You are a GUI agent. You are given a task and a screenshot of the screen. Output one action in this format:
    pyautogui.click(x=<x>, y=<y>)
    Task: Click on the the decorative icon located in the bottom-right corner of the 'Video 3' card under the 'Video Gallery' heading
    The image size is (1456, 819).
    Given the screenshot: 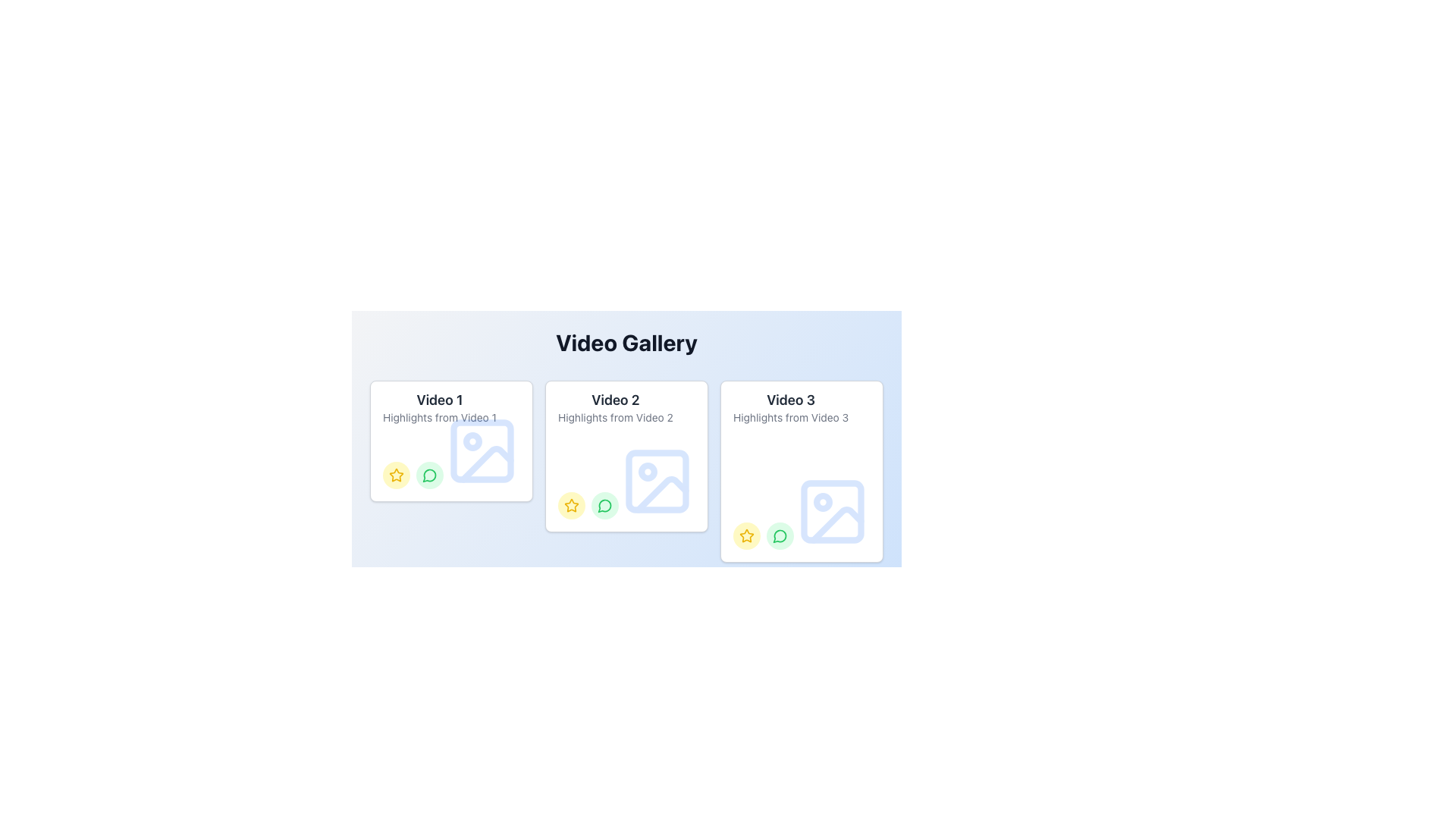 What is the action you would take?
    pyautogui.click(x=832, y=512)
    